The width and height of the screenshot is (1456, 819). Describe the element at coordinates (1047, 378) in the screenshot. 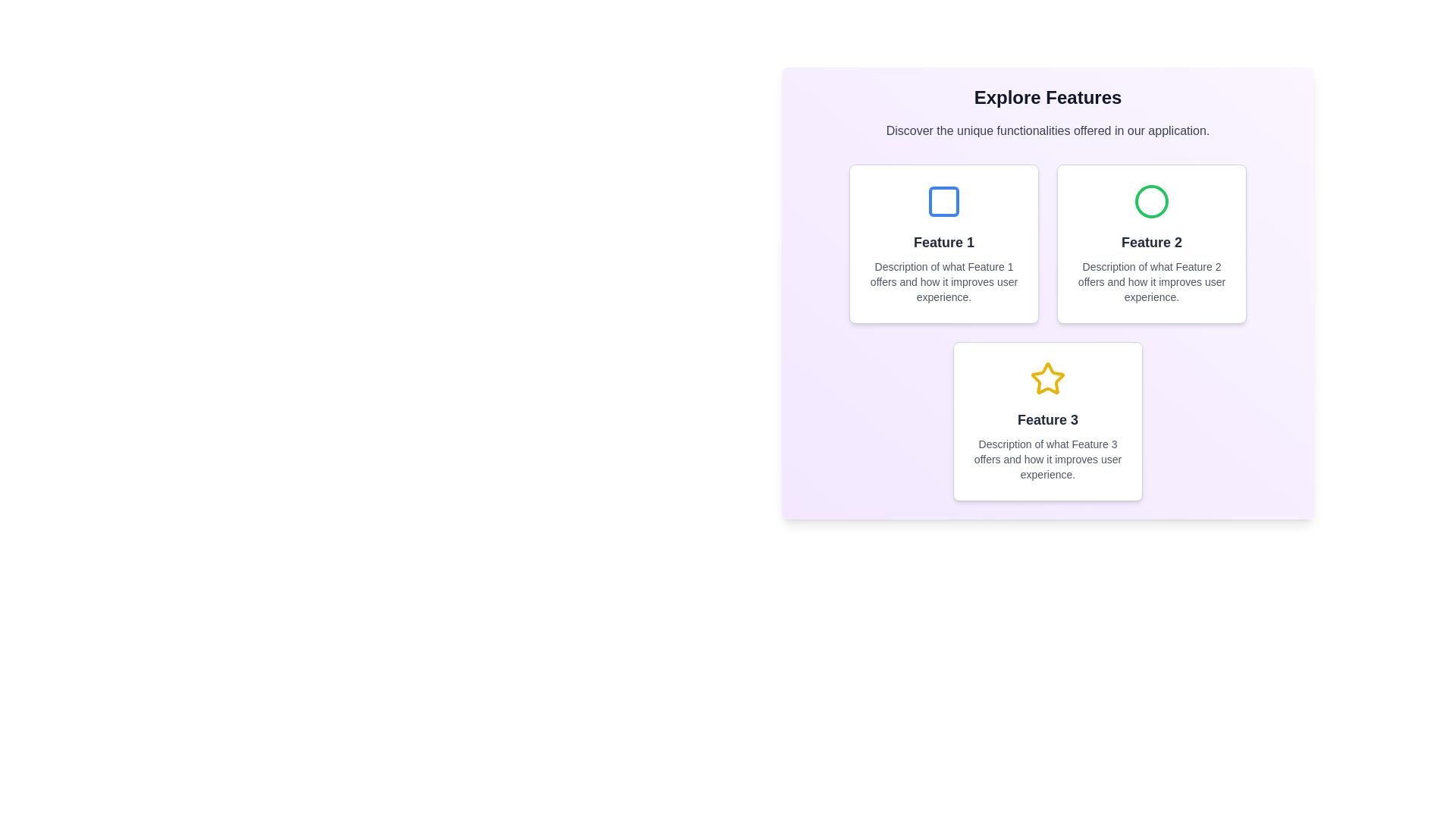

I see `the decorative icon associated with the 'Feature 3' card, located at the bottom-center of the UI layout` at that location.